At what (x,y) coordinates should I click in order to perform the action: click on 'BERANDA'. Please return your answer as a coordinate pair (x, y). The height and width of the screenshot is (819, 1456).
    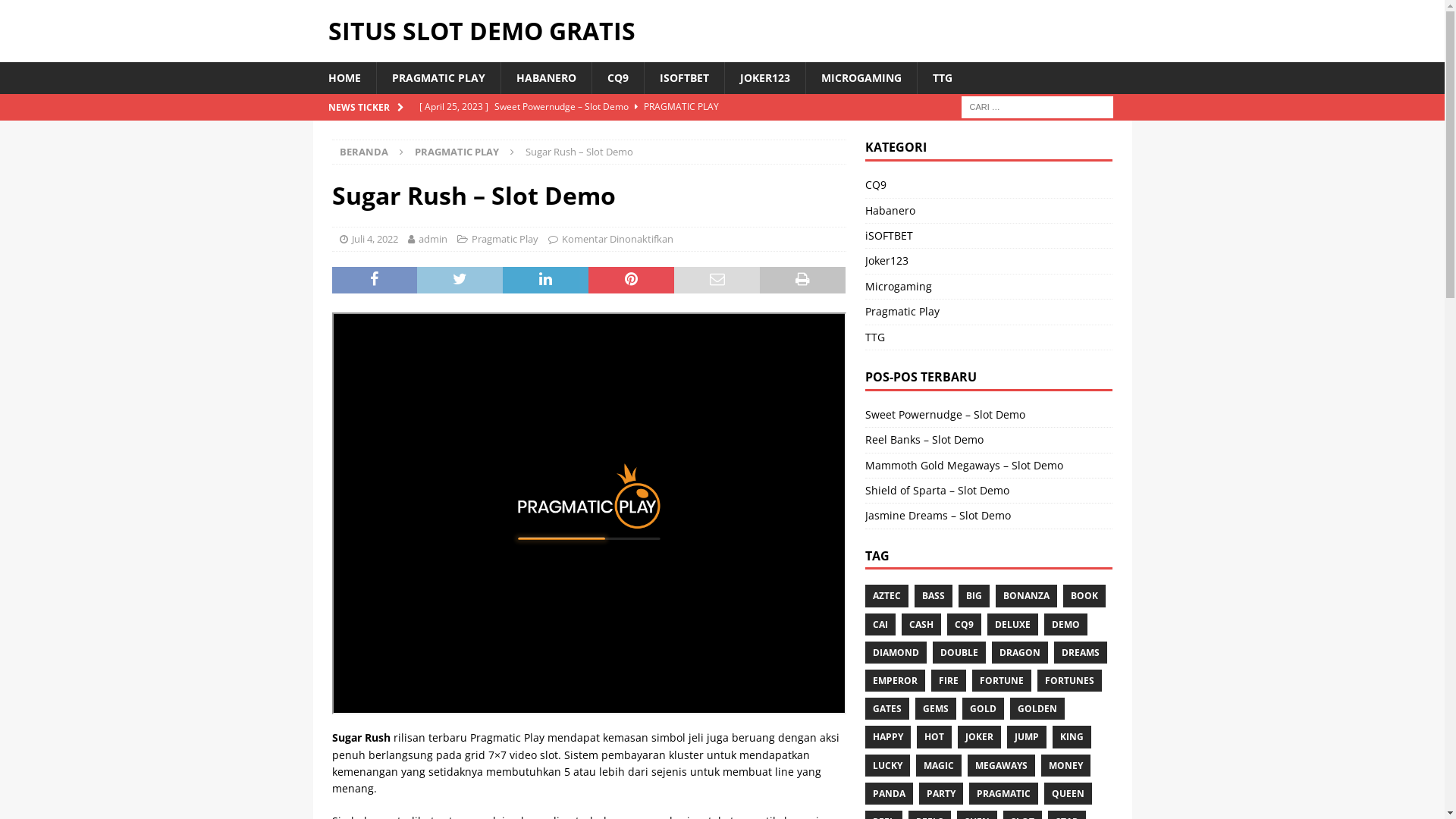
    Looking at the image, I should click on (338, 152).